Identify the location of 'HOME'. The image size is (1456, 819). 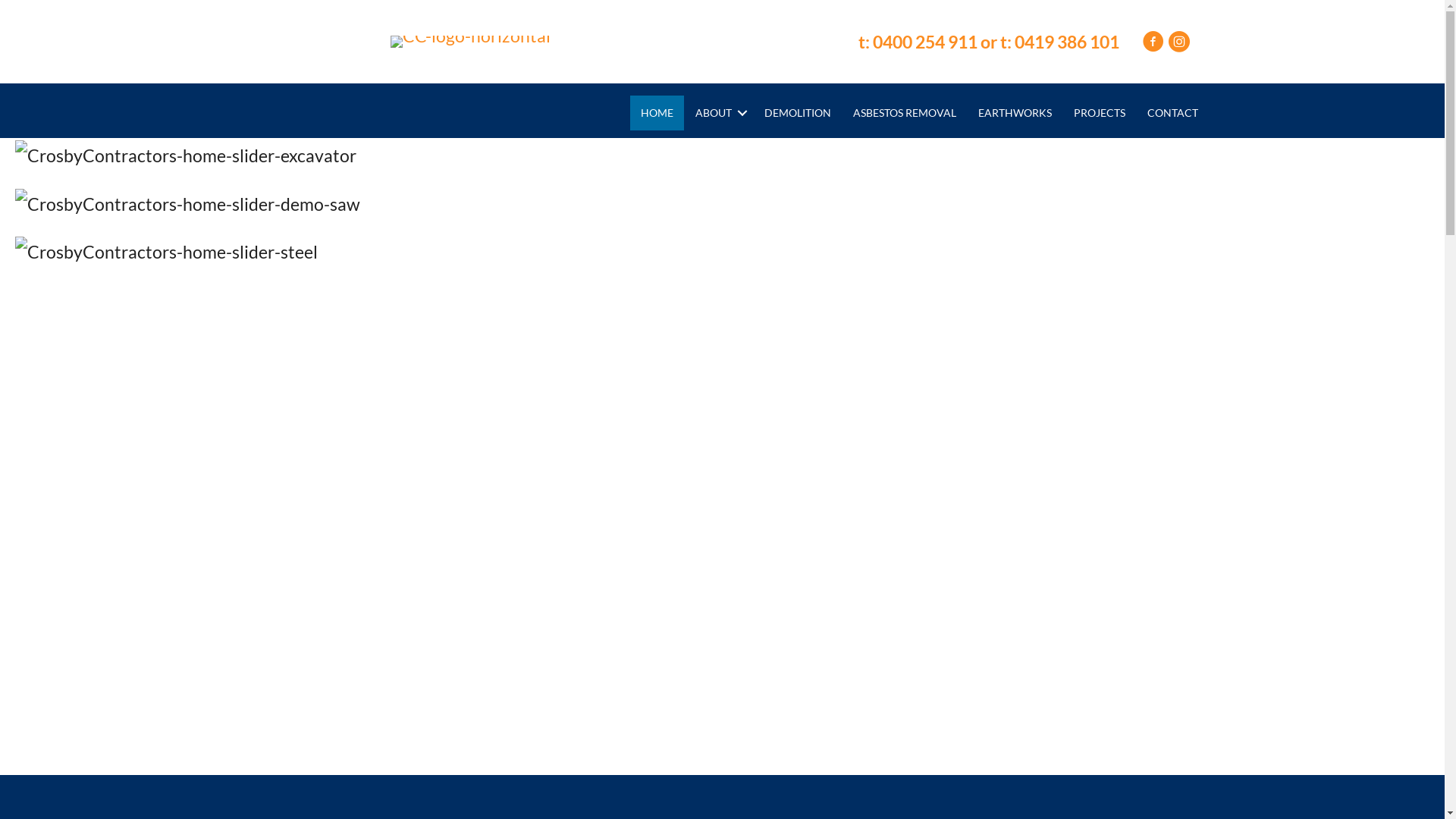
(657, 112).